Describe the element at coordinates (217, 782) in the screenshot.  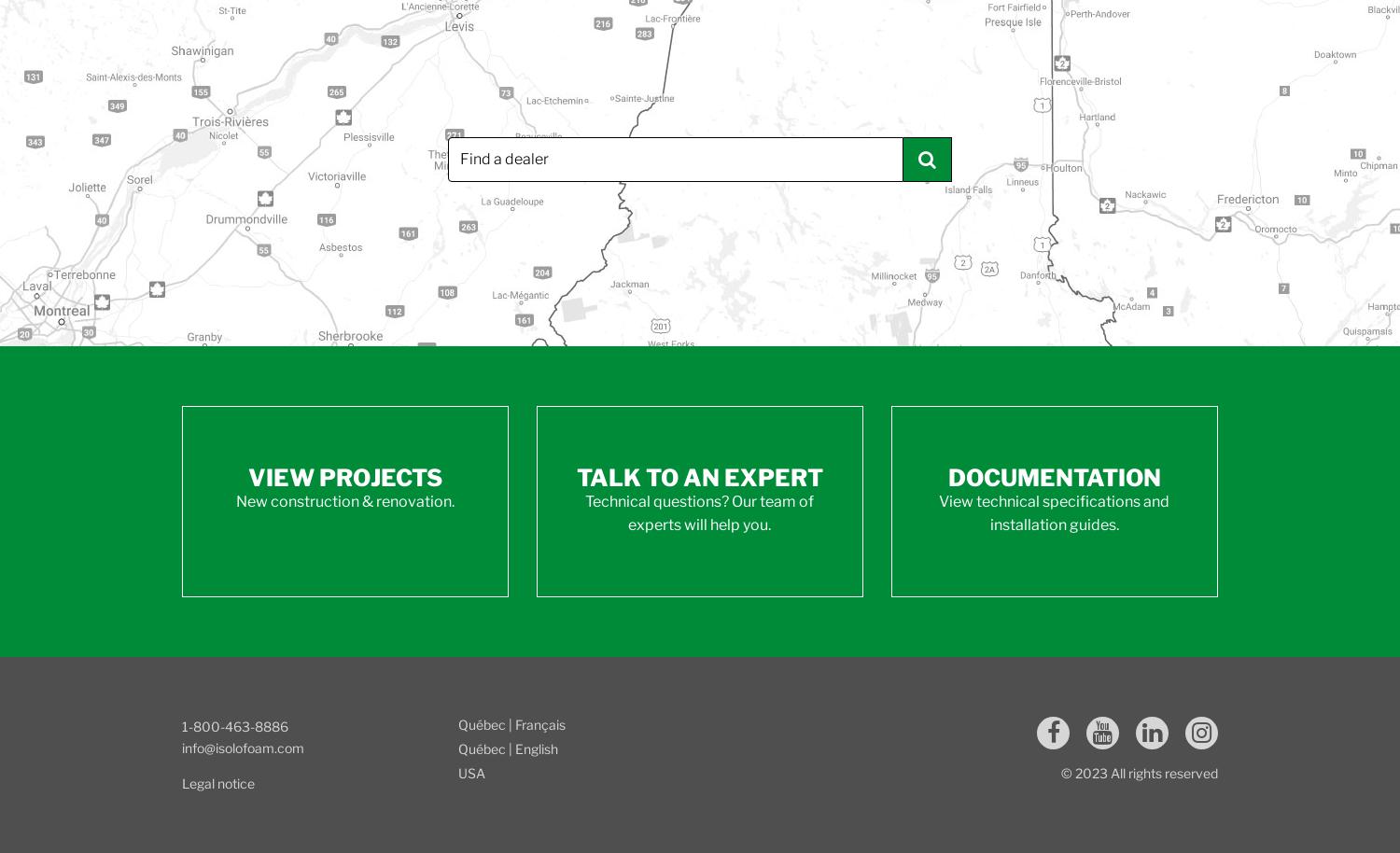
I see `'Legal notice'` at that location.